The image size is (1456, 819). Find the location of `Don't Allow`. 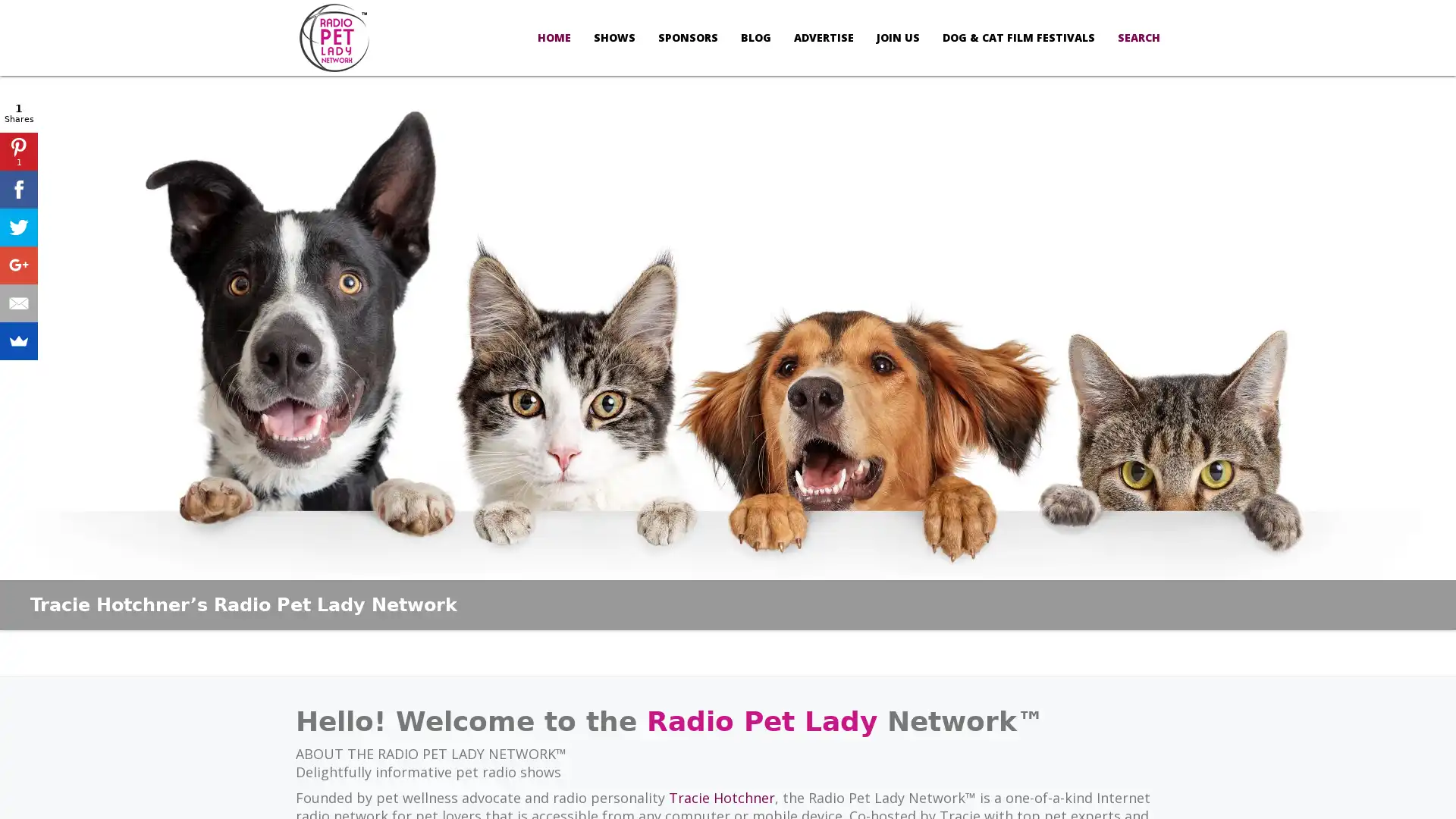

Don't Allow is located at coordinates (751, 87).